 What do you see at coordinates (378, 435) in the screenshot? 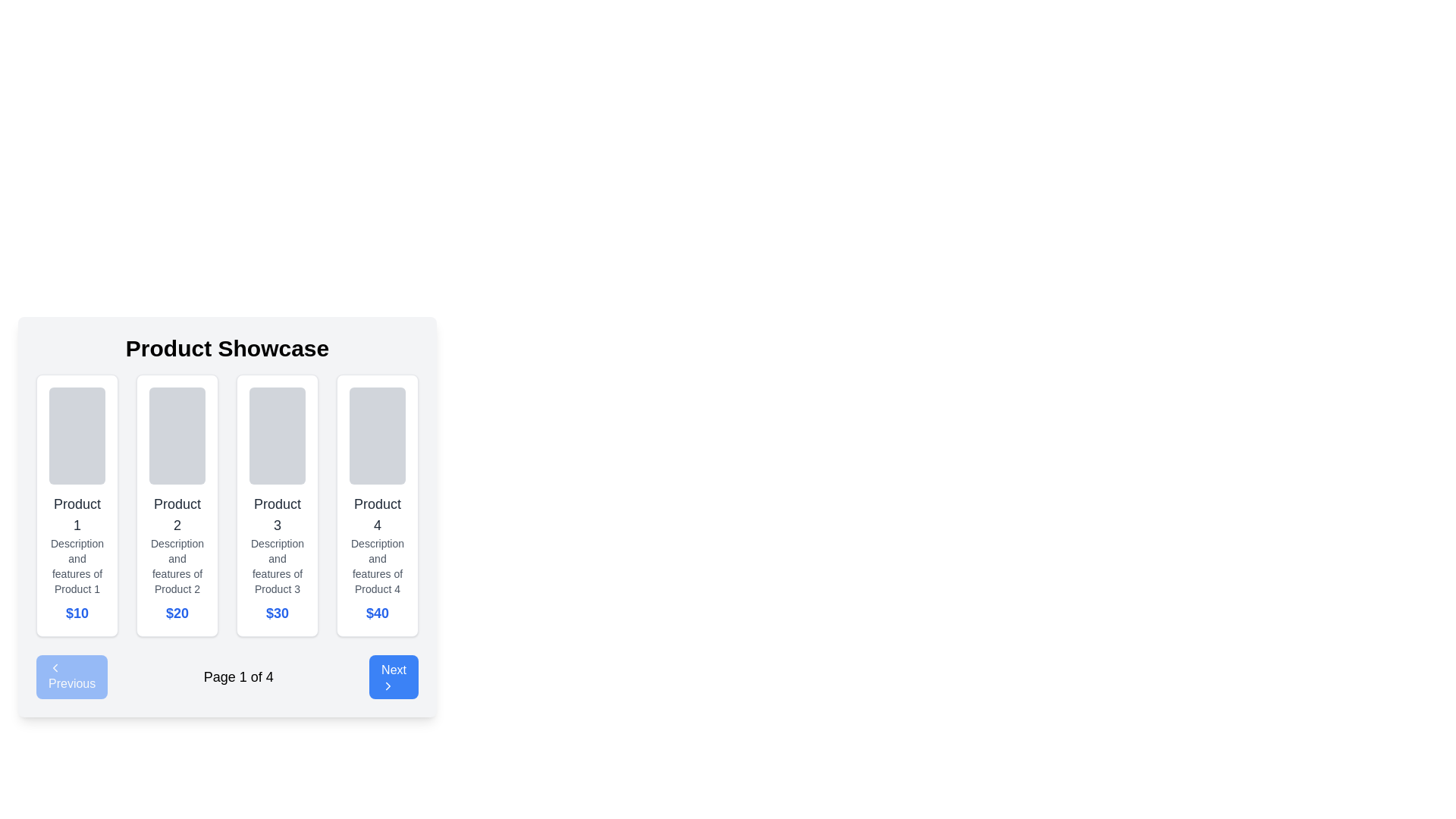
I see `the gray rectangular image placeholder with rounded corners, located at the top of the 'Product 4' section` at bounding box center [378, 435].